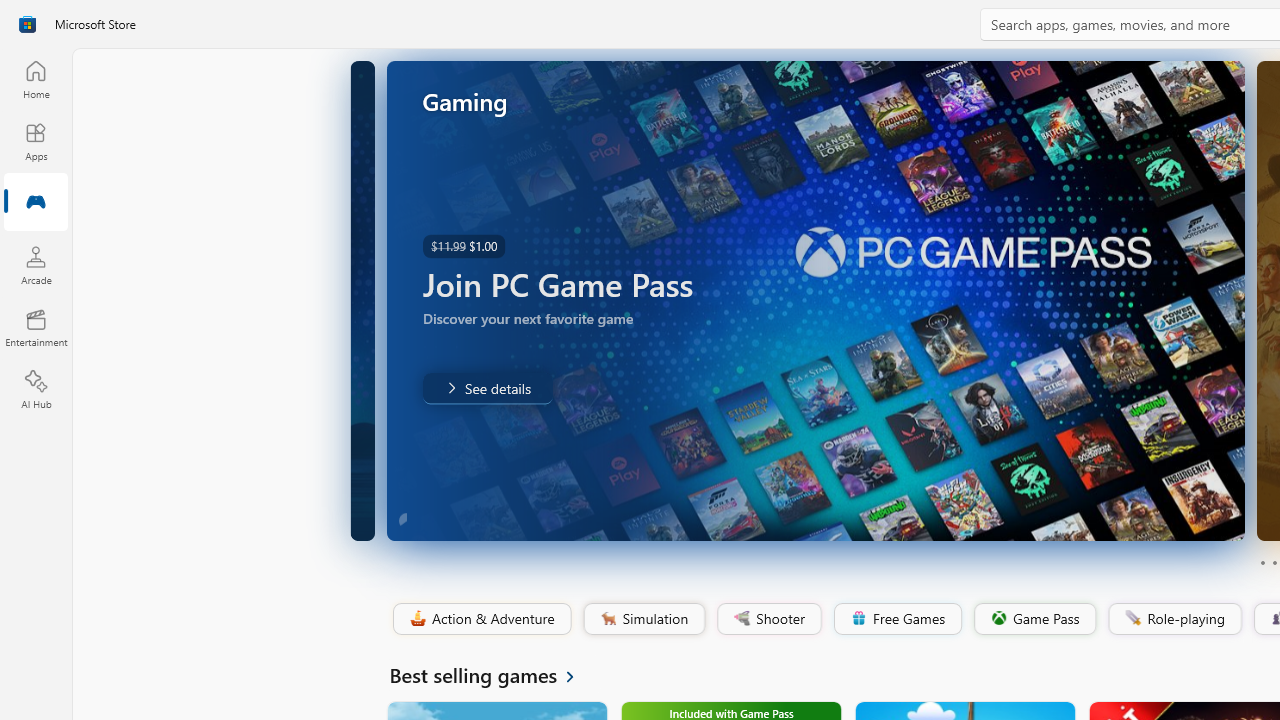  I want to click on 'Page 1', so click(1261, 563).